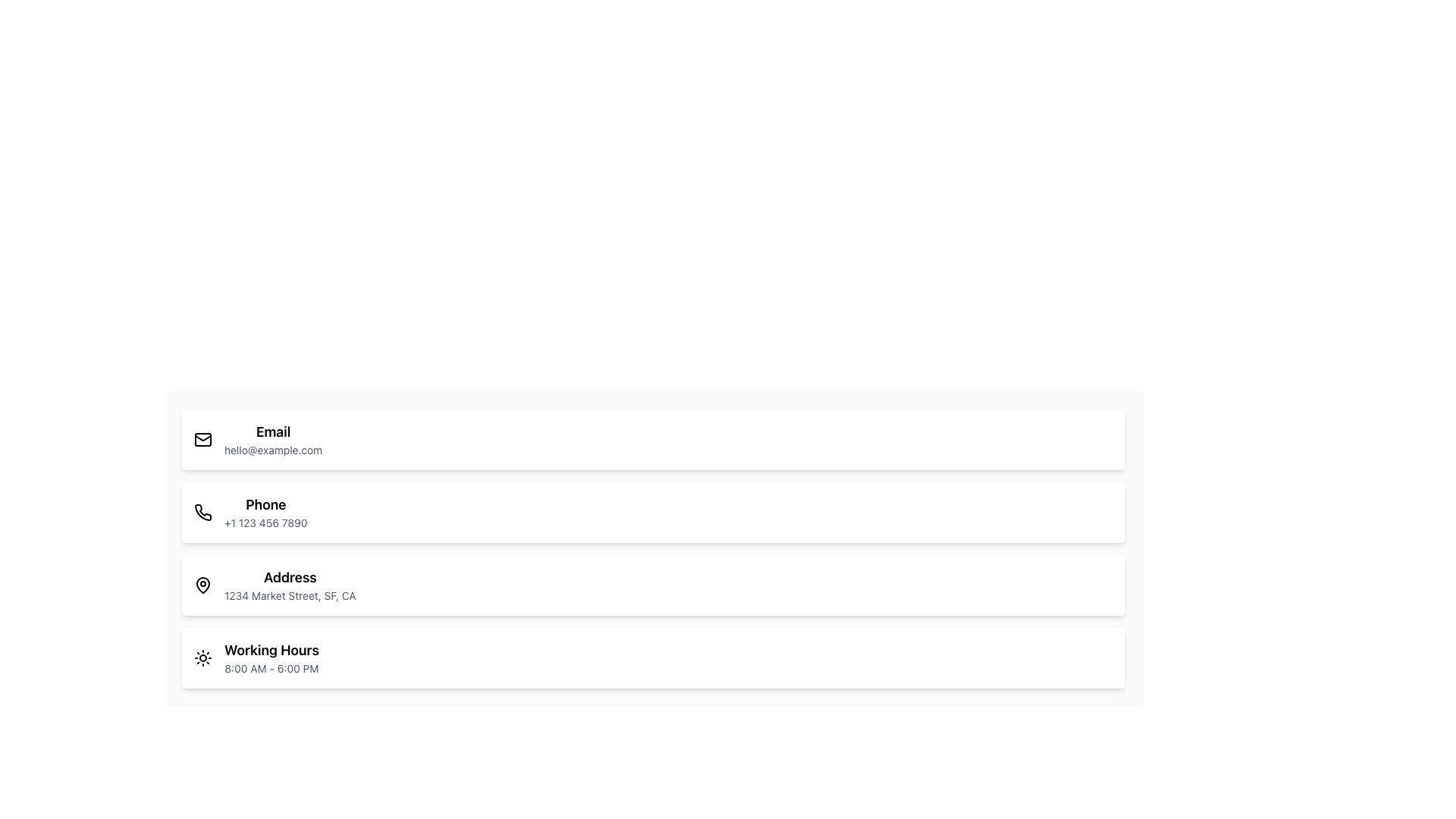 The height and width of the screenshot is (819, 1456). What do you see at coordinates (202, 512) in the screenshot?
I see `the phone icon, which is a stylized black outline on a white background, located in the second card from the top of a vertically stacked list, to the left of the label 'Phone' and phone number '+1 123 456 7890'` at bounding box center [202, 512].